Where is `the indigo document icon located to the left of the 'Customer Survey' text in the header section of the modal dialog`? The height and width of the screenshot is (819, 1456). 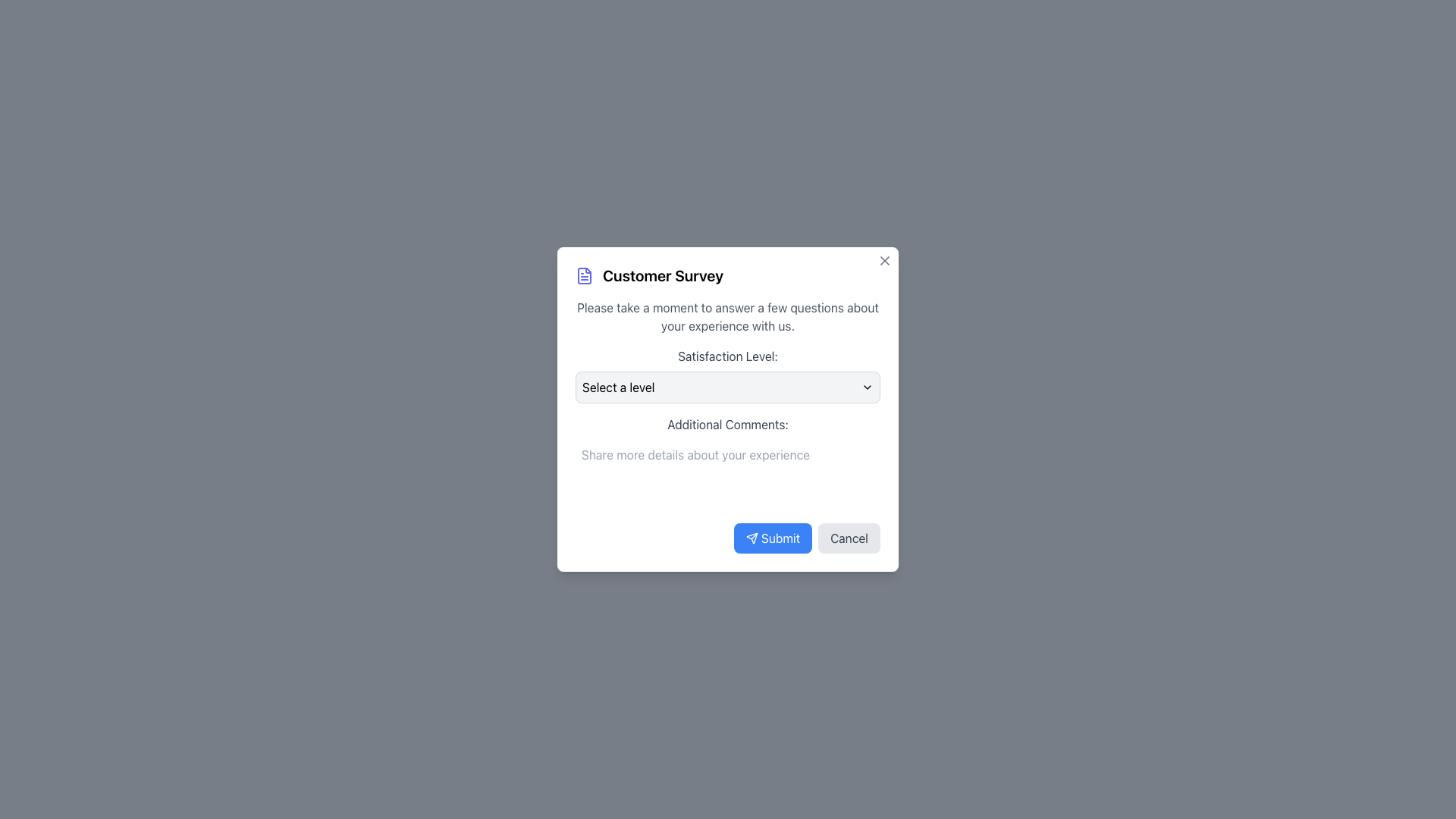
the indigo document icon located to the left of the 'Customer Survey' text in the header section of the modal dialog is located at coordinates (584, 275).